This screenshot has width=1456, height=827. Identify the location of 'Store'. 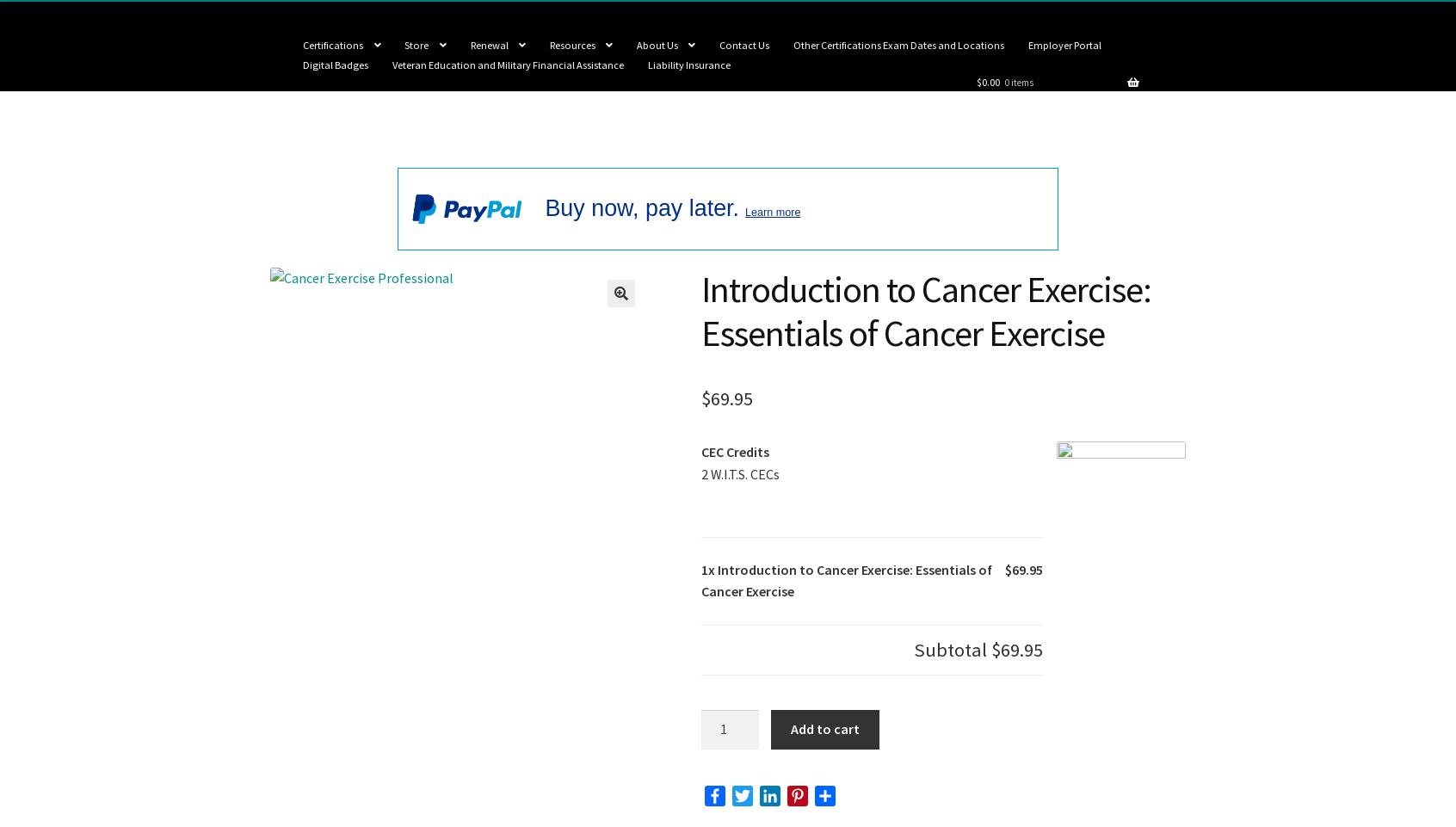
(404, 44).